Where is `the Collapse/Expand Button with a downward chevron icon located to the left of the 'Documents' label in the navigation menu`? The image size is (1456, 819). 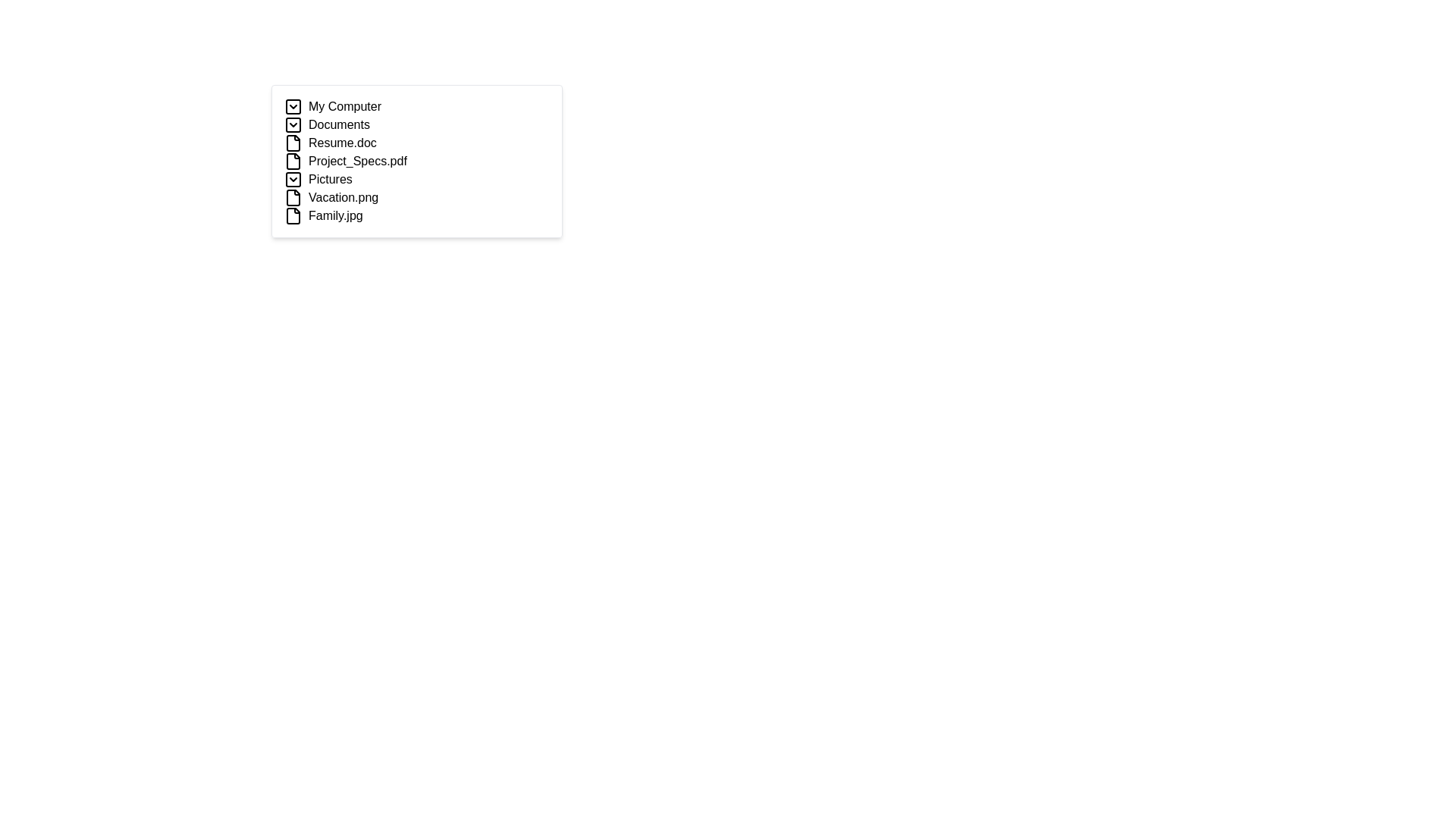
the Collapse/Expand Button with a downward chevron icon located to the left of the 'Documents' label in the navigation menu is located at coordinates (293, 124).